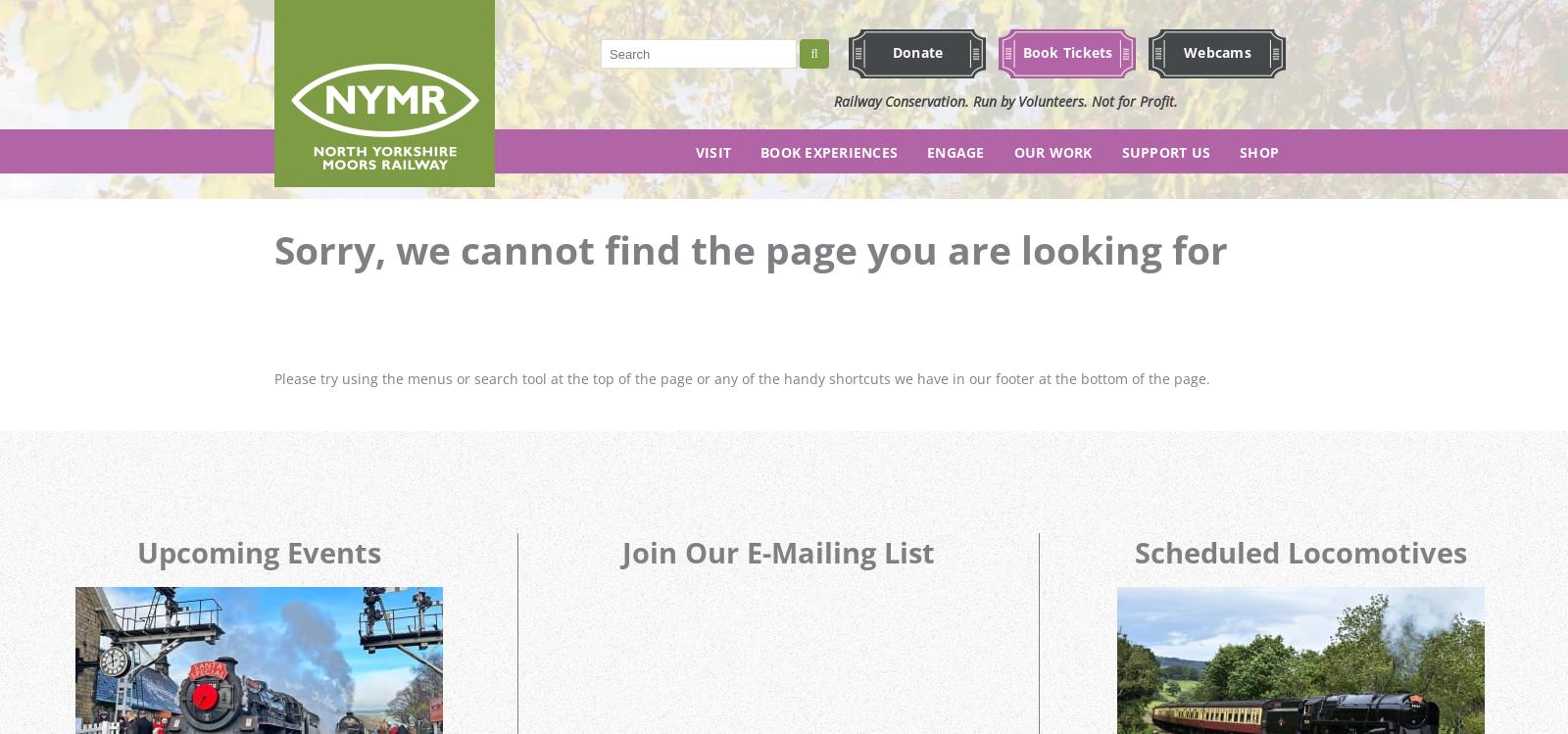  What do you see at coordinates (622, 552) in the screenshot?
I see `'Join Our E-Mailing List'` at bounding box center [622, 552].